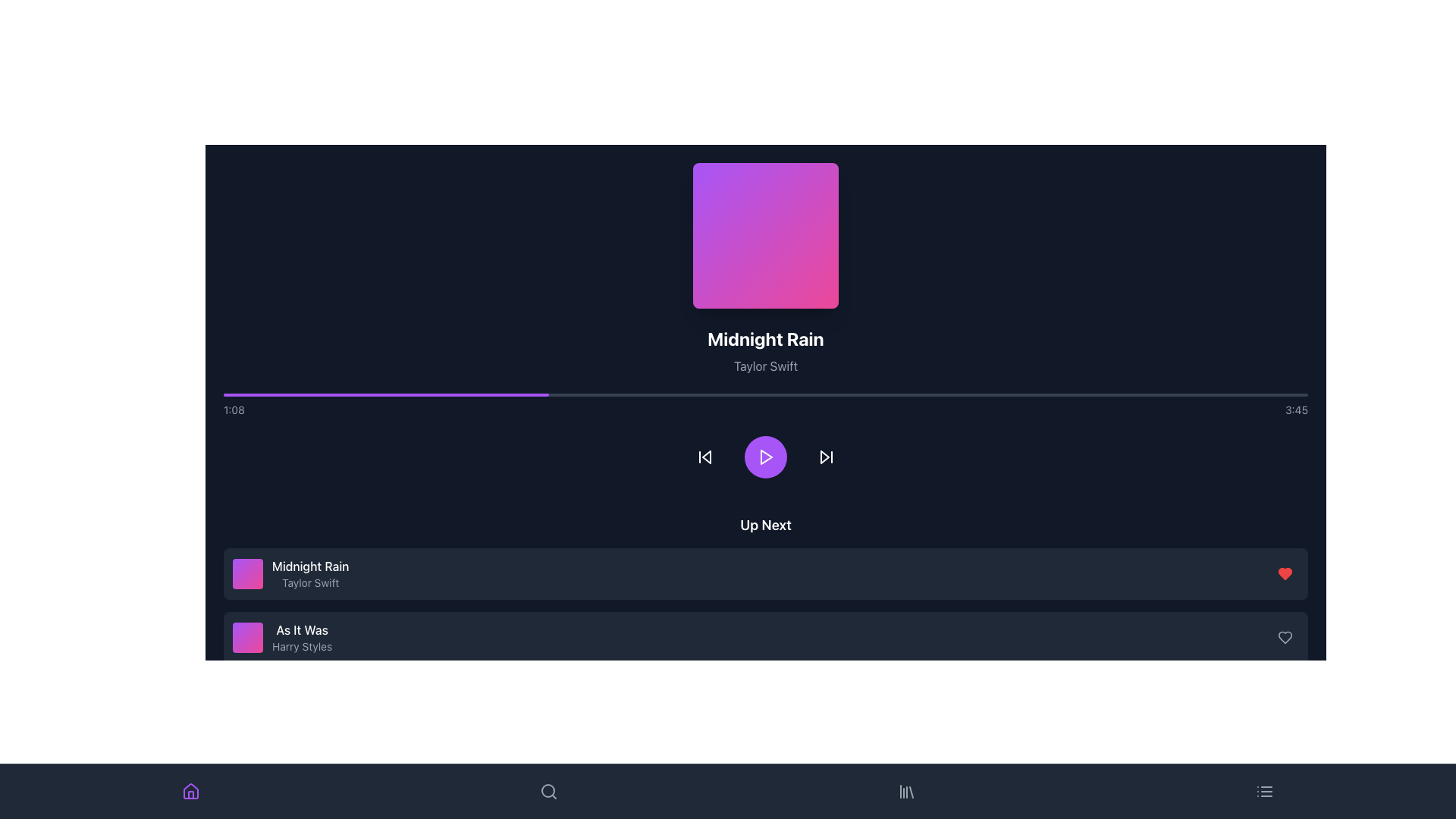 The height and width of the screenshot is (819, 1456). Describe the element at coordinates (249, 394) in the screenshot. I see `the progress bar` at that location.